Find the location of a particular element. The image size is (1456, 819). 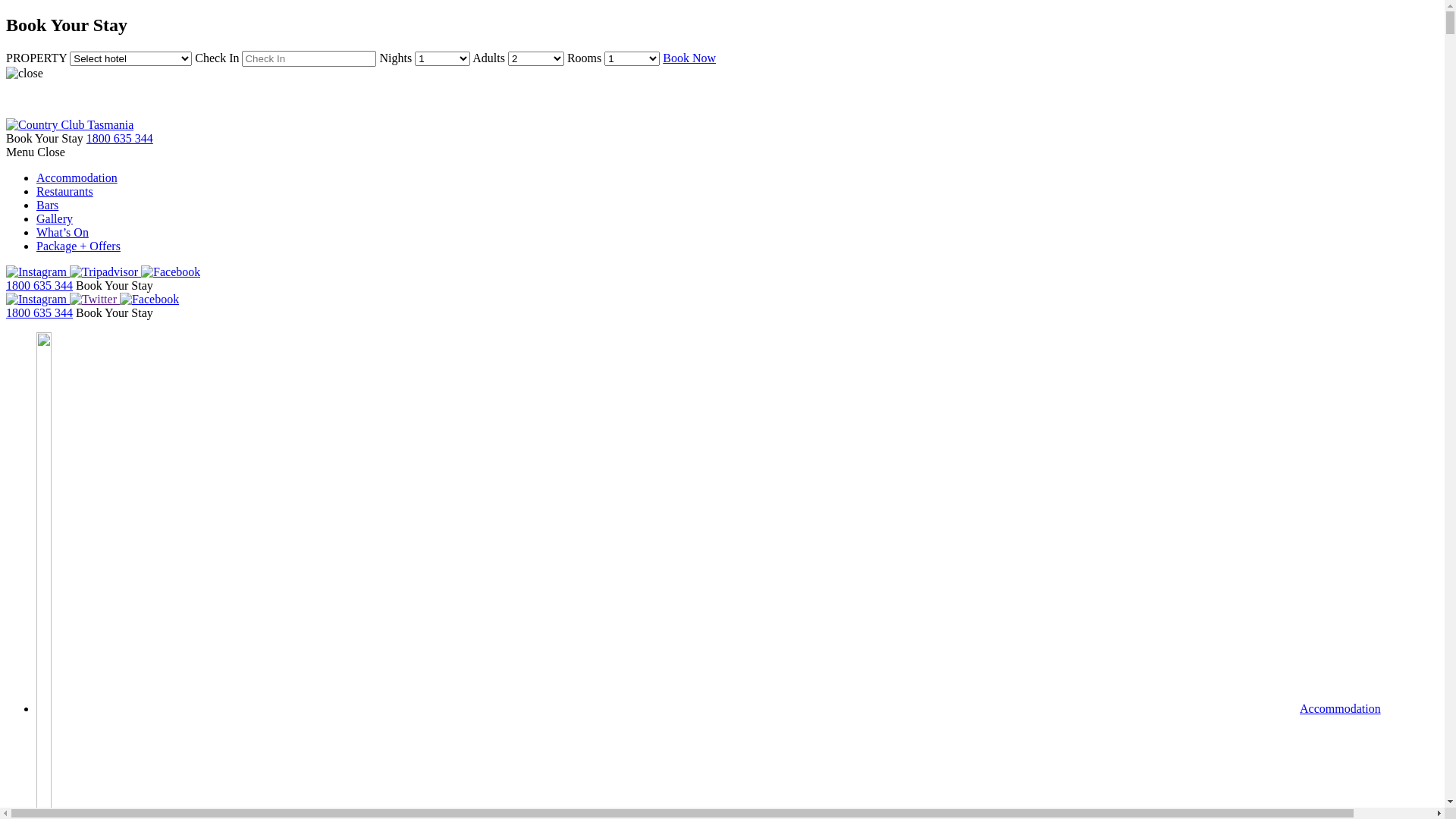

'Book Your Stay' is located at coordinates (44, 138).